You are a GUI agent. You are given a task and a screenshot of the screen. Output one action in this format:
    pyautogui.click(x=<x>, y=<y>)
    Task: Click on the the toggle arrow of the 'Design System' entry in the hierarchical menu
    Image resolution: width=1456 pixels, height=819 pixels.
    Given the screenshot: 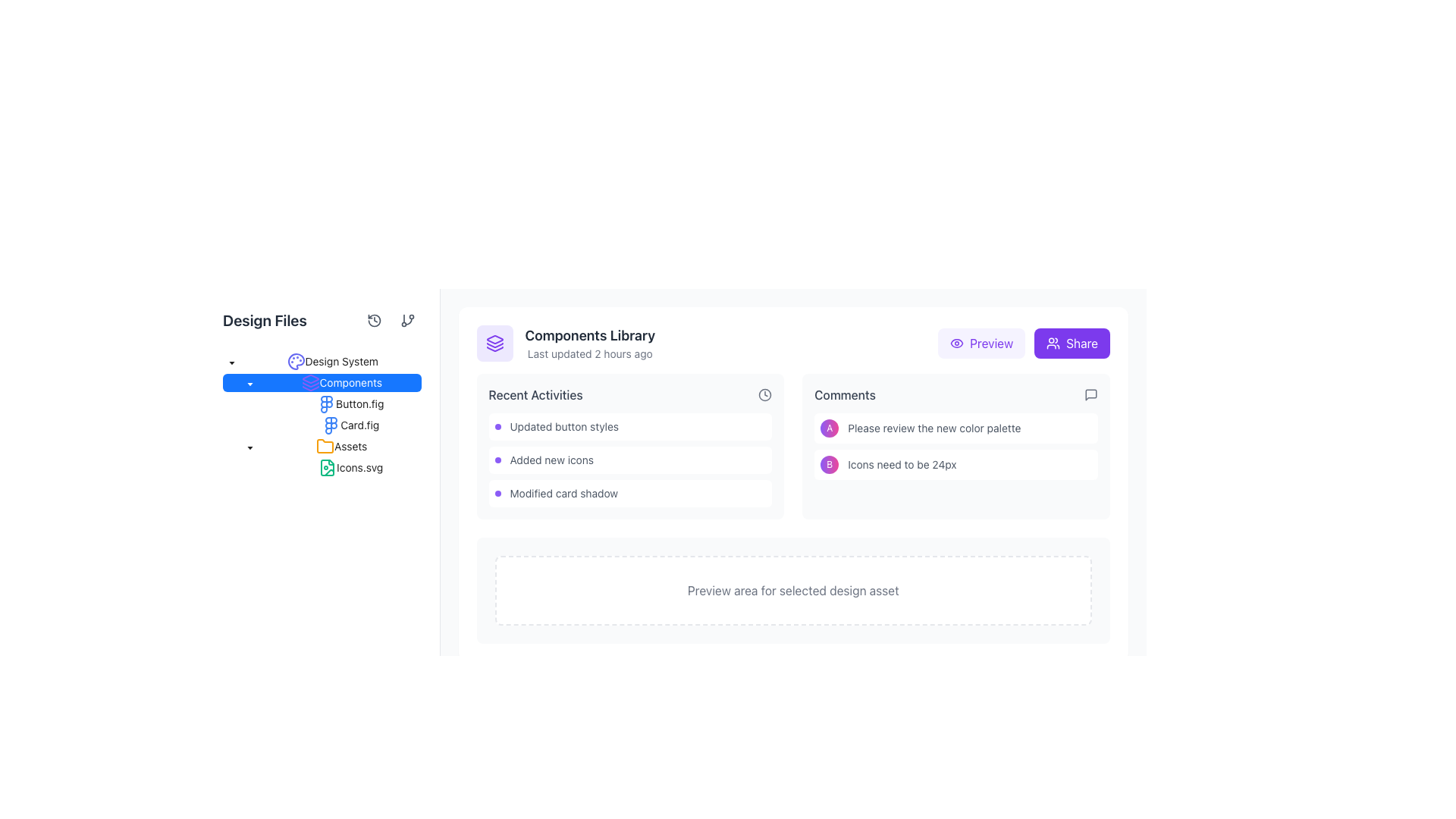 What is the action you would take?
    pyautogui.click(x=321, y=362)
    